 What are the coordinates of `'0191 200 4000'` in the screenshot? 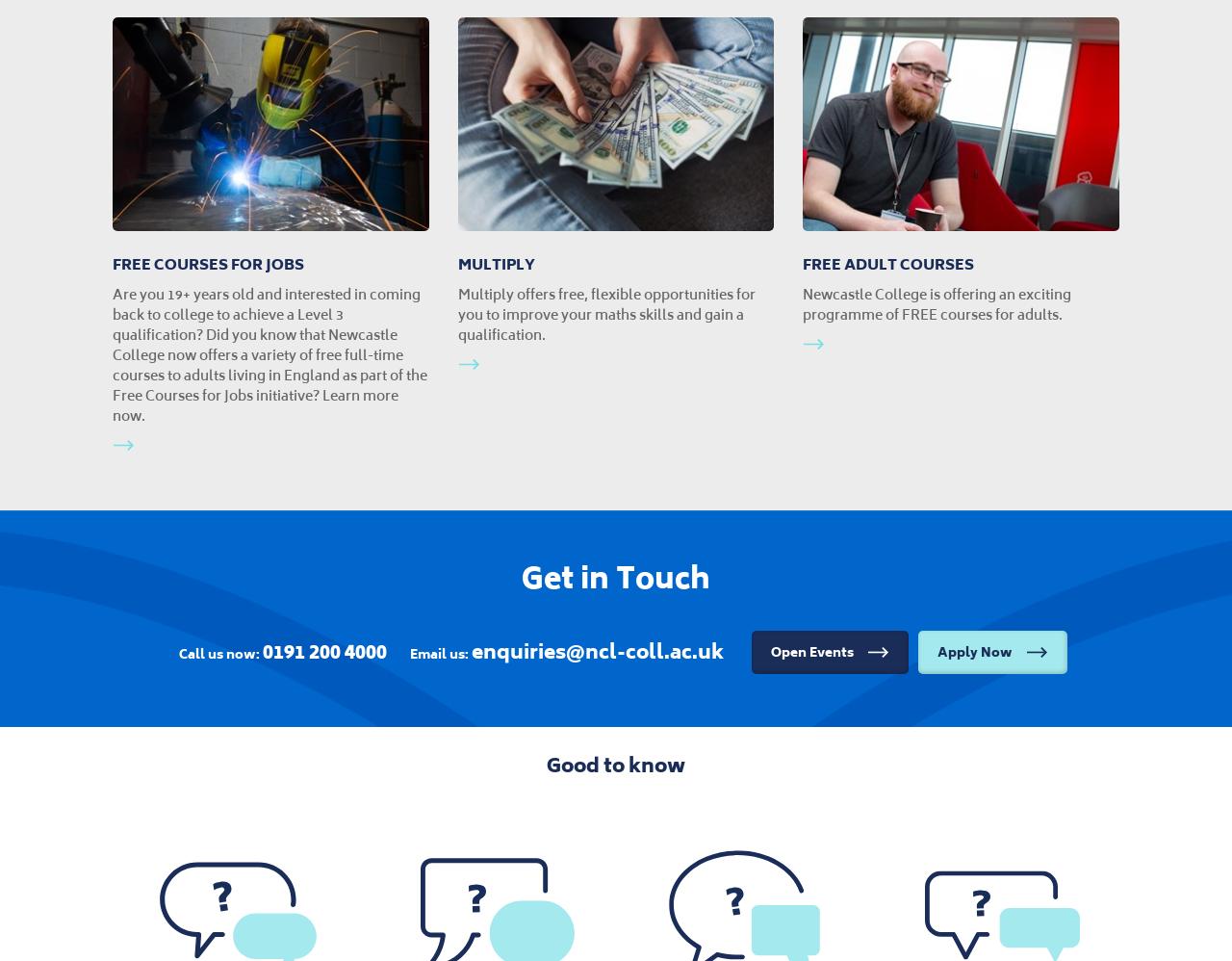 It's located at (262, 650).